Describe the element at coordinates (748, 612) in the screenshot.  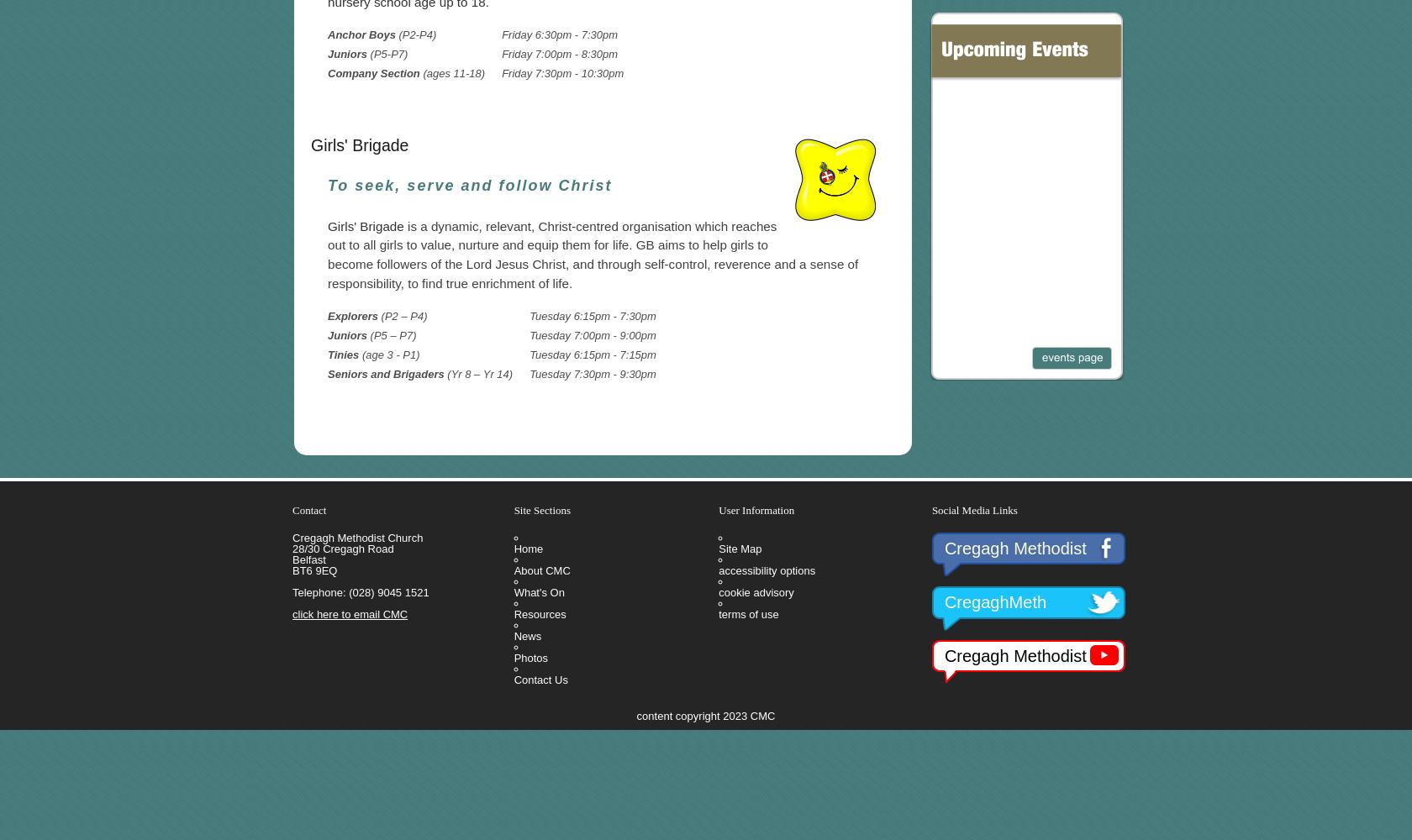
I see `'terms of use'` at that location.